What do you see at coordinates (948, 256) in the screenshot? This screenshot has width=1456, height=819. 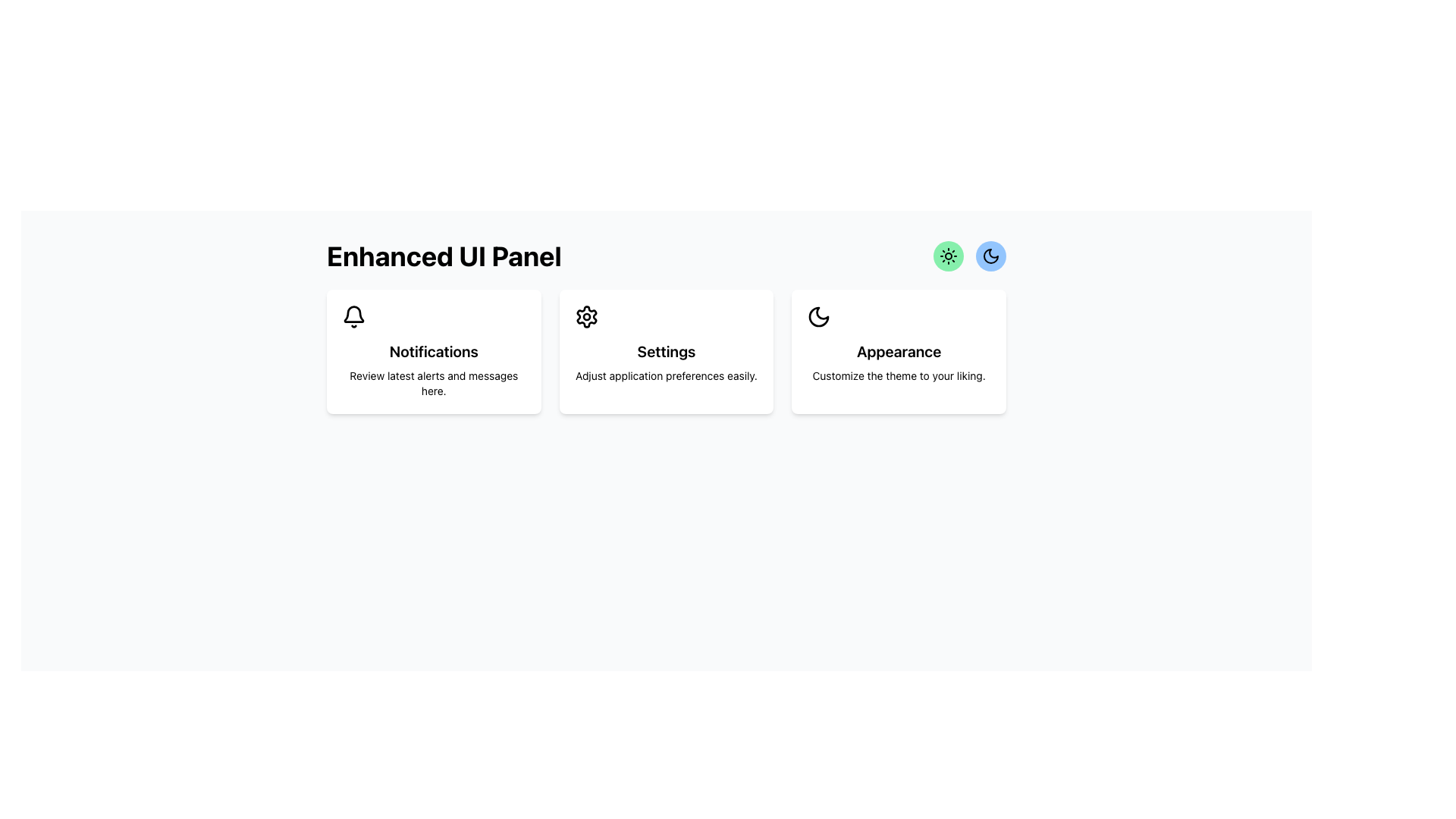 I see `the Light Mode toggle icon located within the green circular button next to the moon icon in the upper right corner of the interface` at bounding box center [948, 256].